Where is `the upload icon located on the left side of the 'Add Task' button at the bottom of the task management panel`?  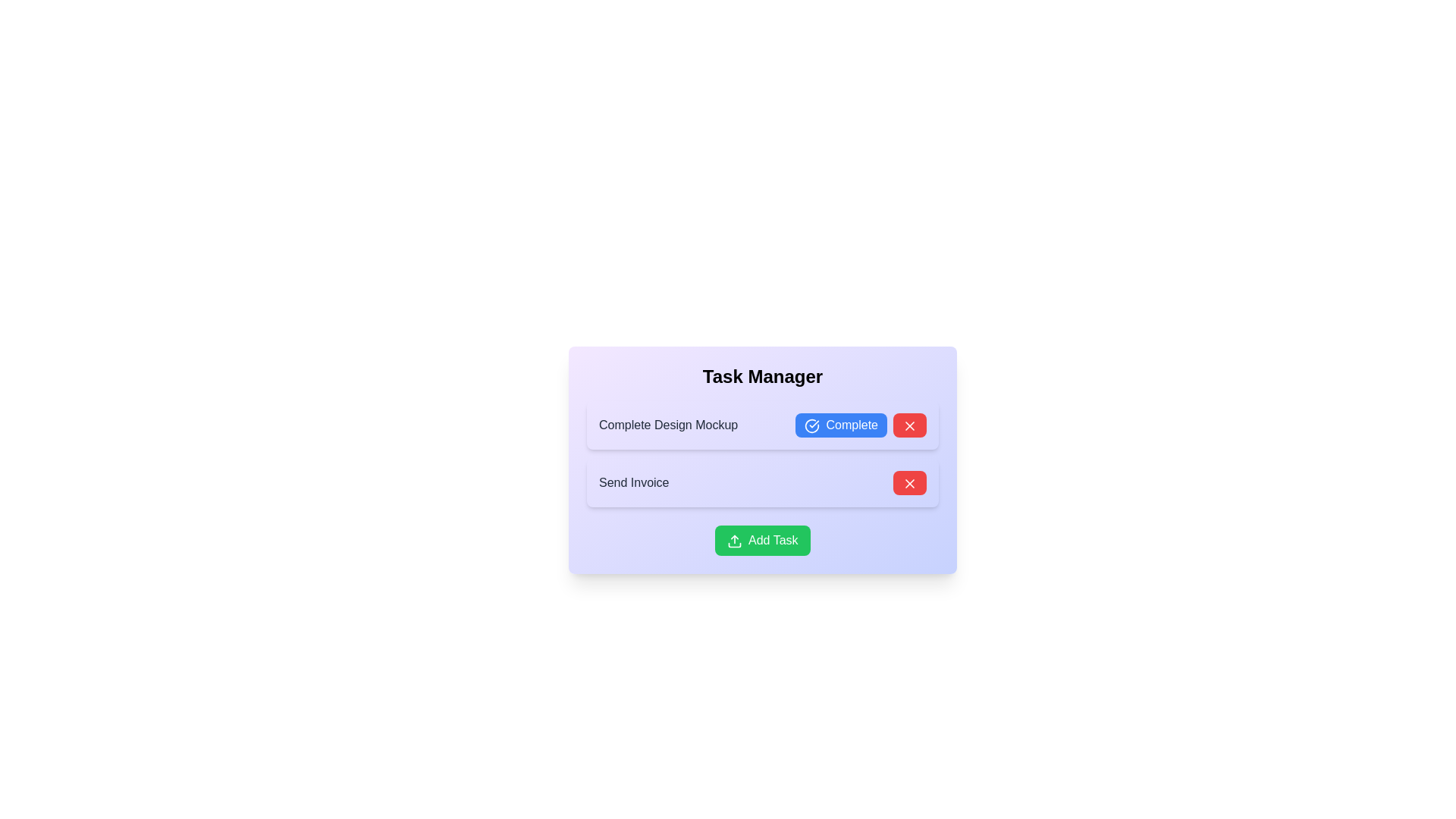 the upload icon located on the left side of the 'Add Task' button at the bottom of the task management panel is located at coordinates (735, 540).